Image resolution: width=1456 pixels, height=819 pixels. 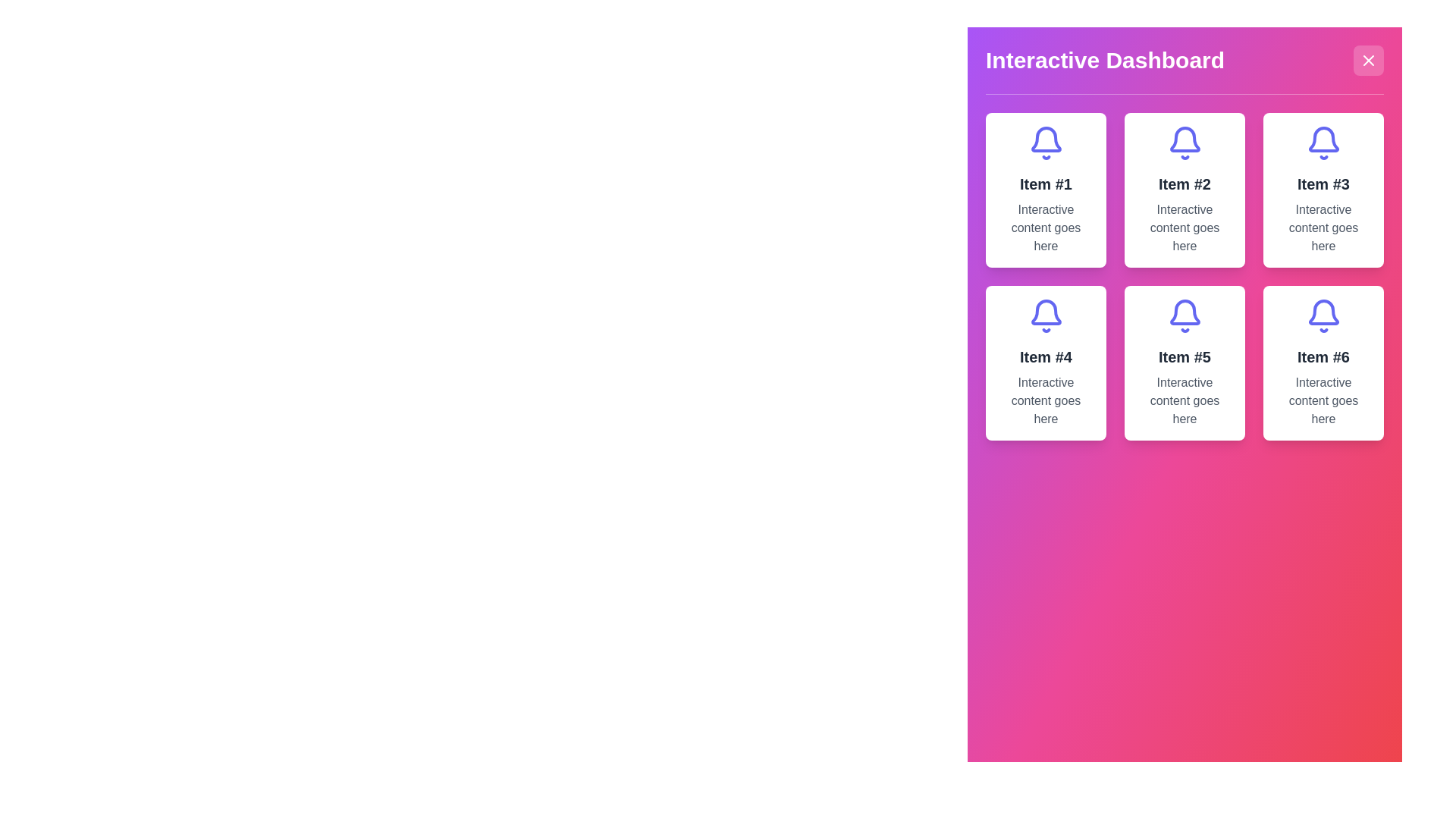 I want to click on the second text block within the card labeled 'Item #5', located in the bottom-right group of a 3x2 grid layout, so click(x=1184, y=400).